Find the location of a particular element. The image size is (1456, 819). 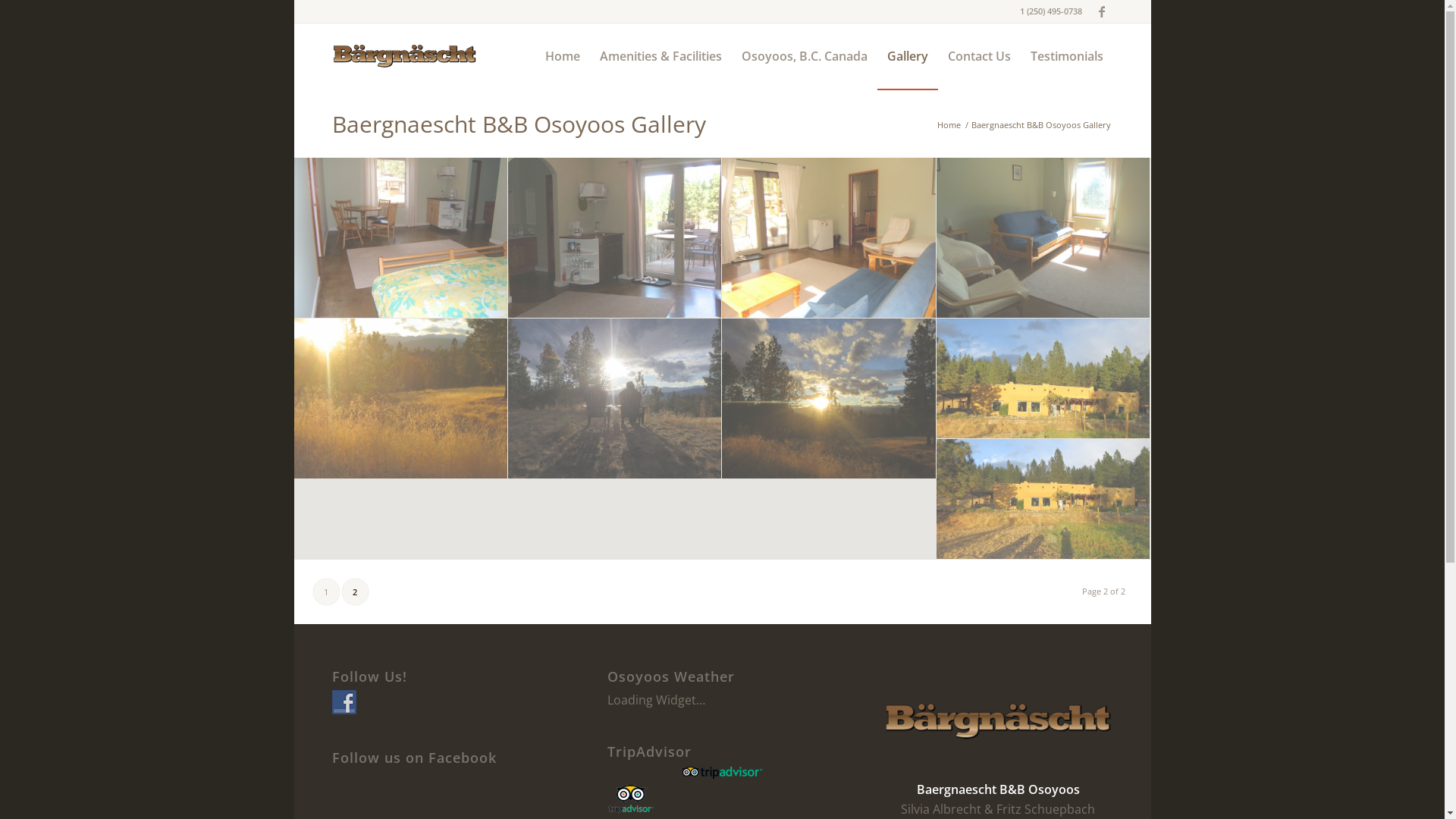

'Testimonials' is located at coordinates (1065, 55).